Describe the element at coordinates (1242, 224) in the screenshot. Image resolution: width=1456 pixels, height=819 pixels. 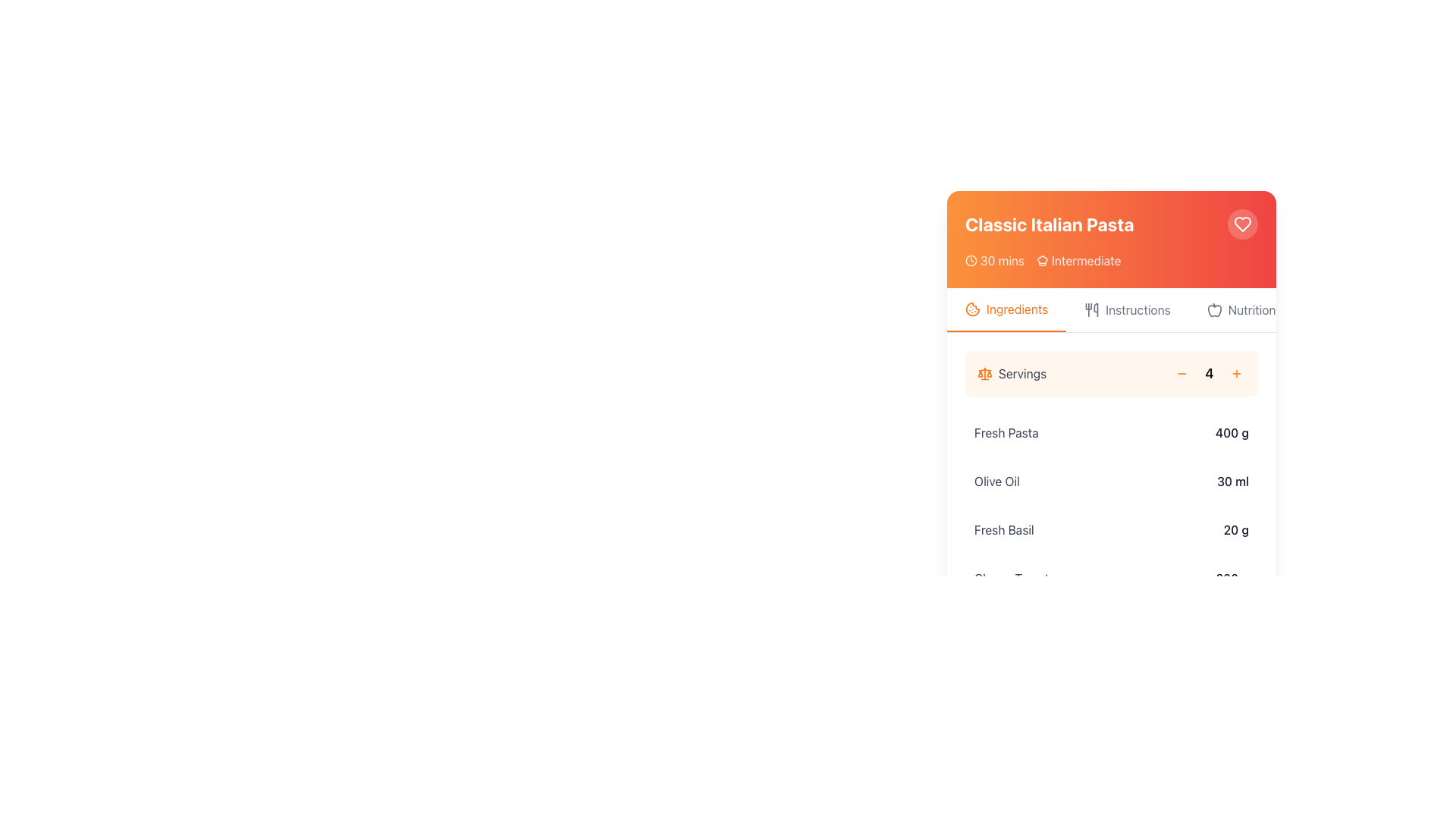
I see `the favorite button located to the far-right of the header section titled 'Classic Italian Pasta' to mark the associated item as favorite` at that location.